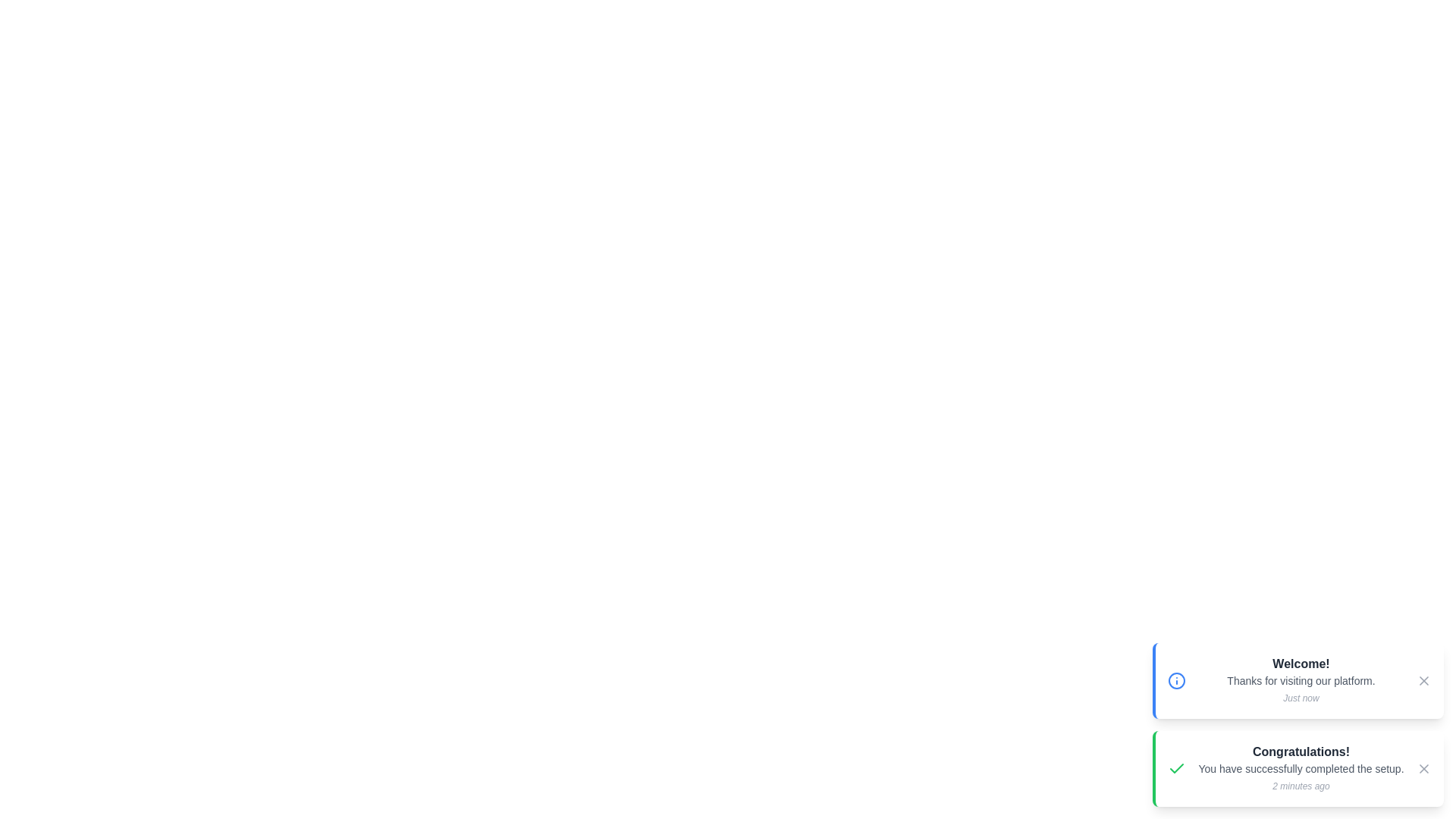  Describe the element at coordinates (1298, 680) in the screenshot. I see `the notification with title Welcome!` at that location.